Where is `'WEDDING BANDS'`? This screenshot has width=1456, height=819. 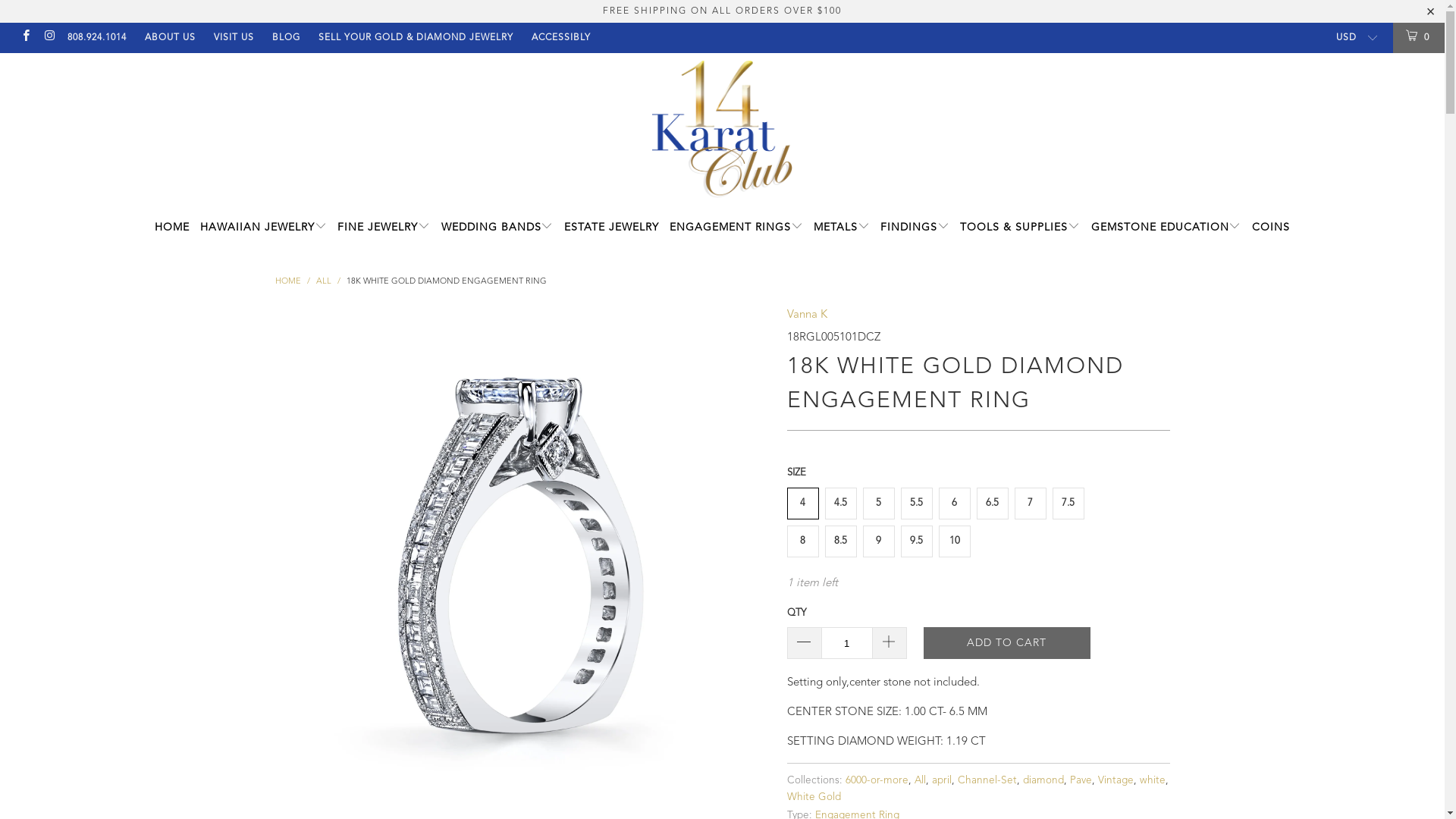 'WEDDING BANDS' is located at coordinates (497, 227).